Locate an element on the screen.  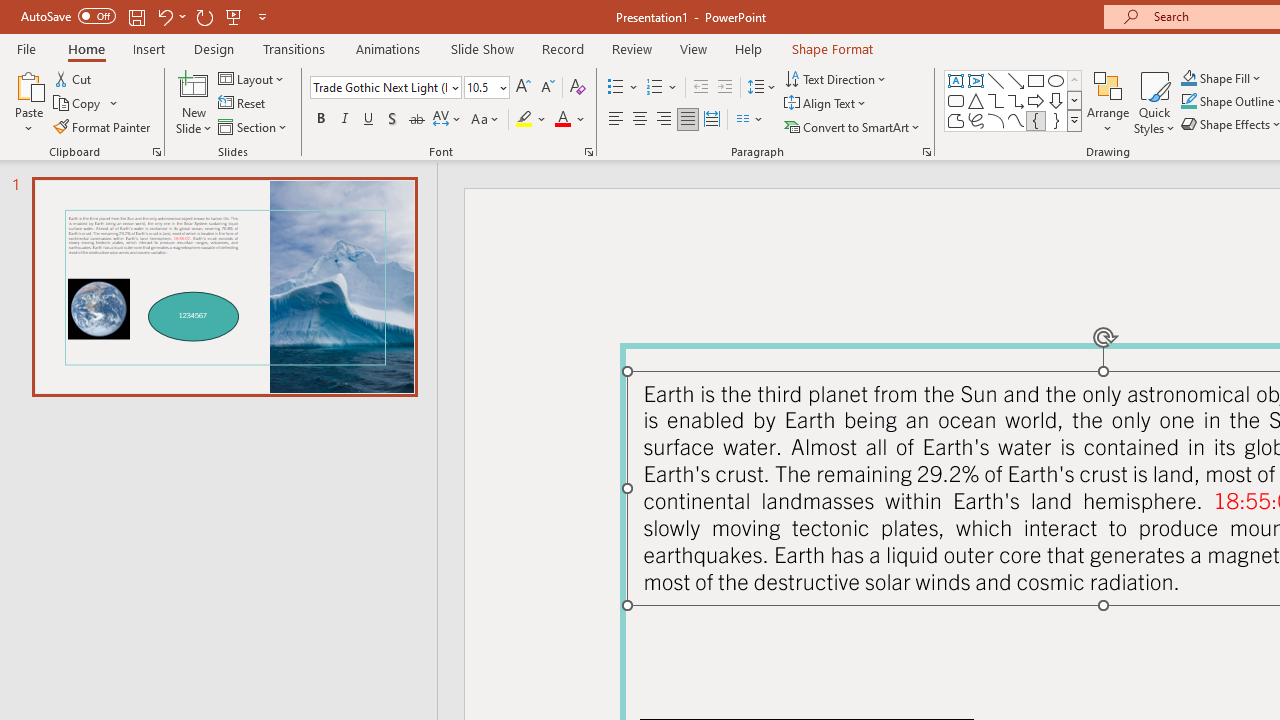
'AutomationID: ShapesInsertGallery' is located at coordinates (1014, 100).